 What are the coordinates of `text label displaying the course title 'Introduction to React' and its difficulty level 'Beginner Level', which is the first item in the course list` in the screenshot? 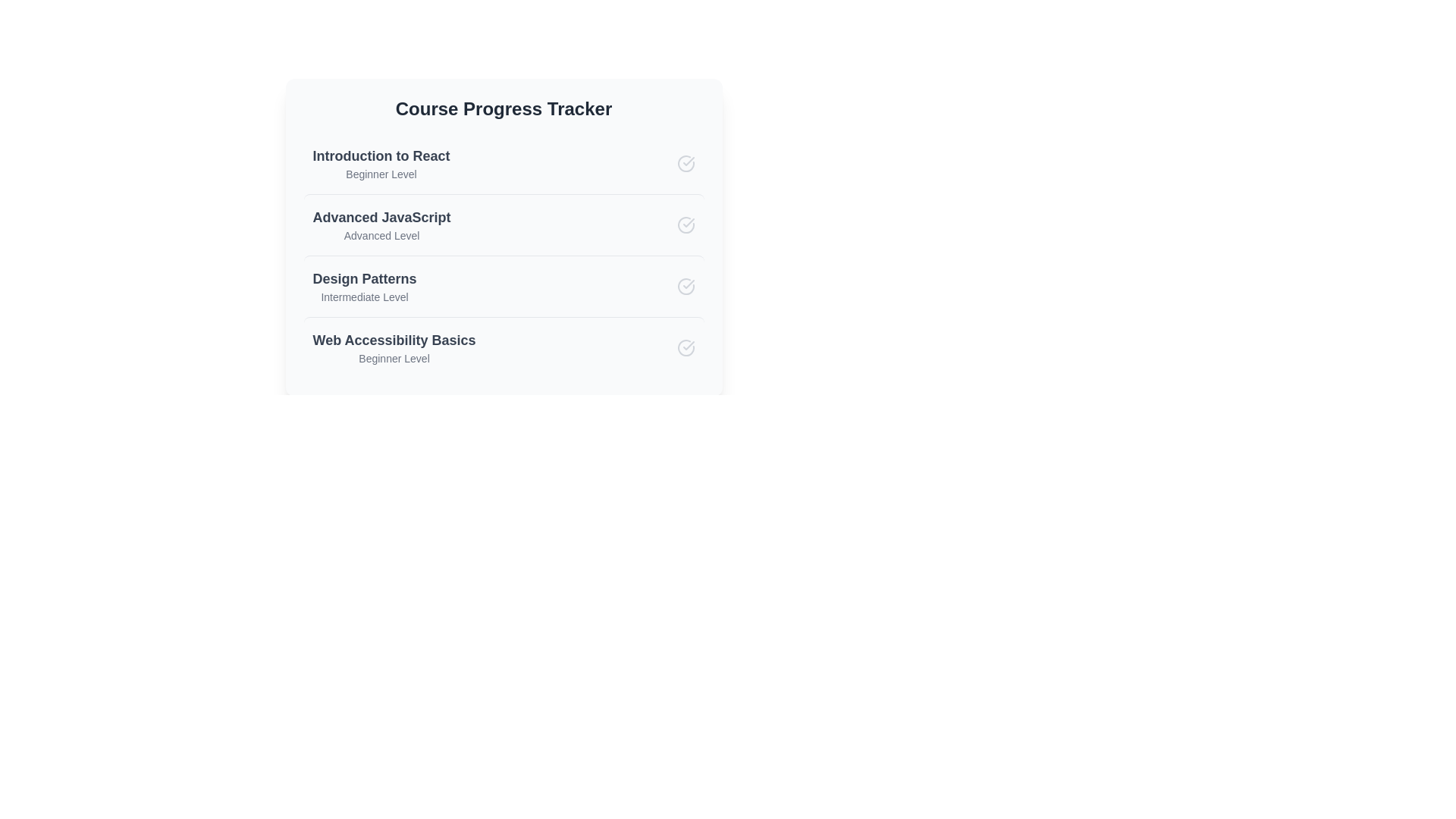 It's located at (381, 164).